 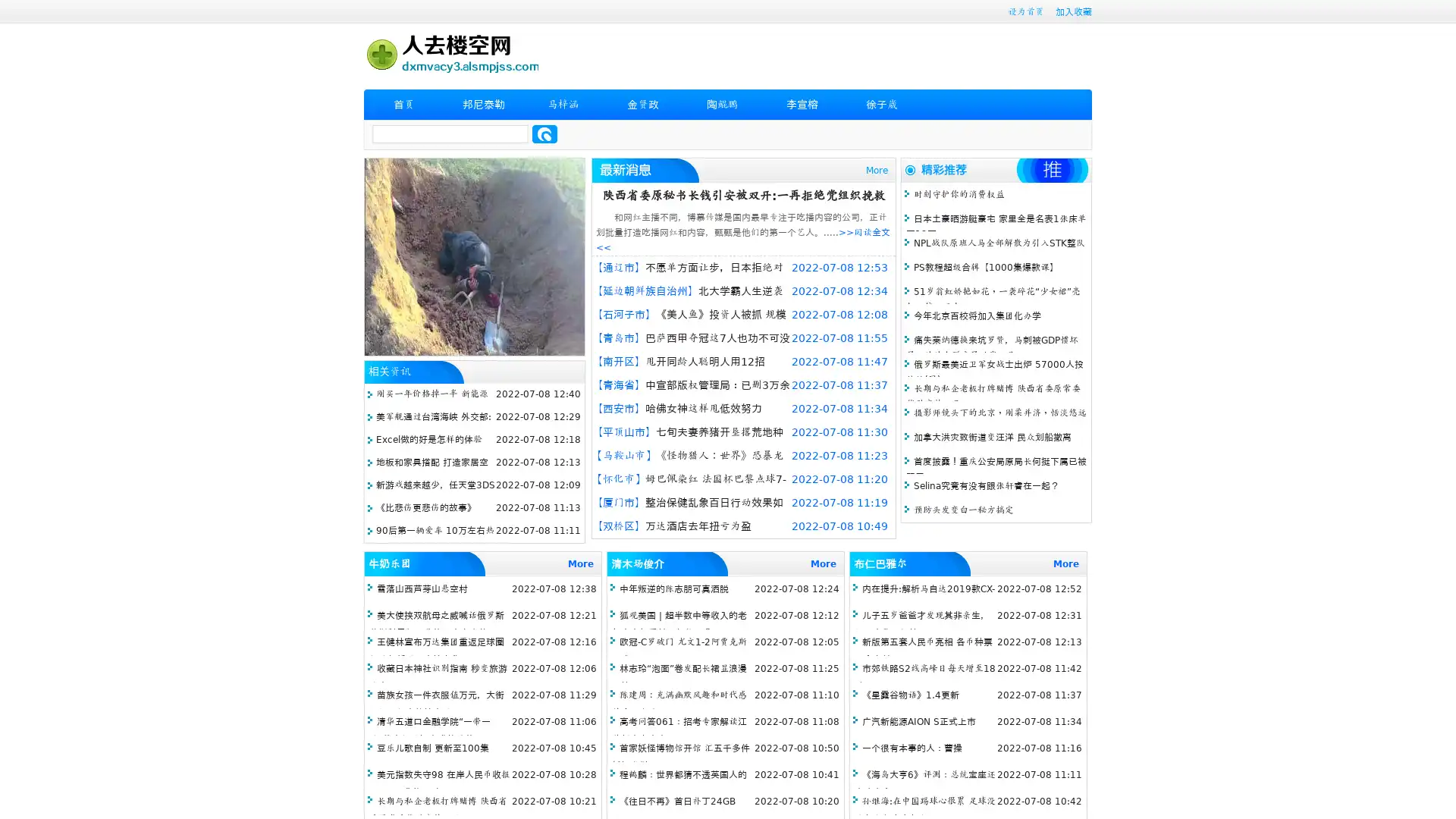 I want to click on Search, so click(x=544, y=133).